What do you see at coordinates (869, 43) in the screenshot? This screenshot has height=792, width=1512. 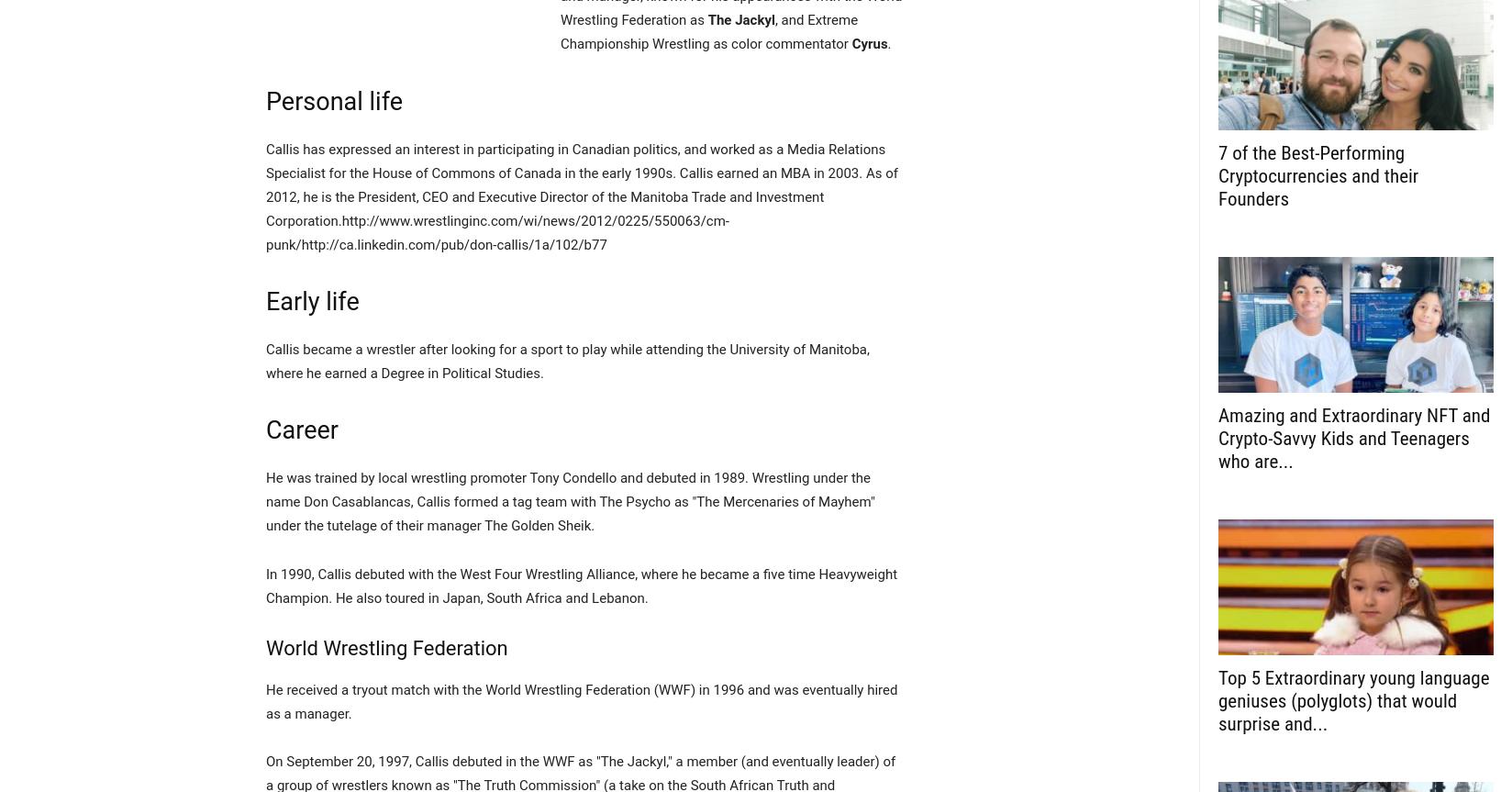 I see `'Cyrus'` at bounding box center [869, 43].